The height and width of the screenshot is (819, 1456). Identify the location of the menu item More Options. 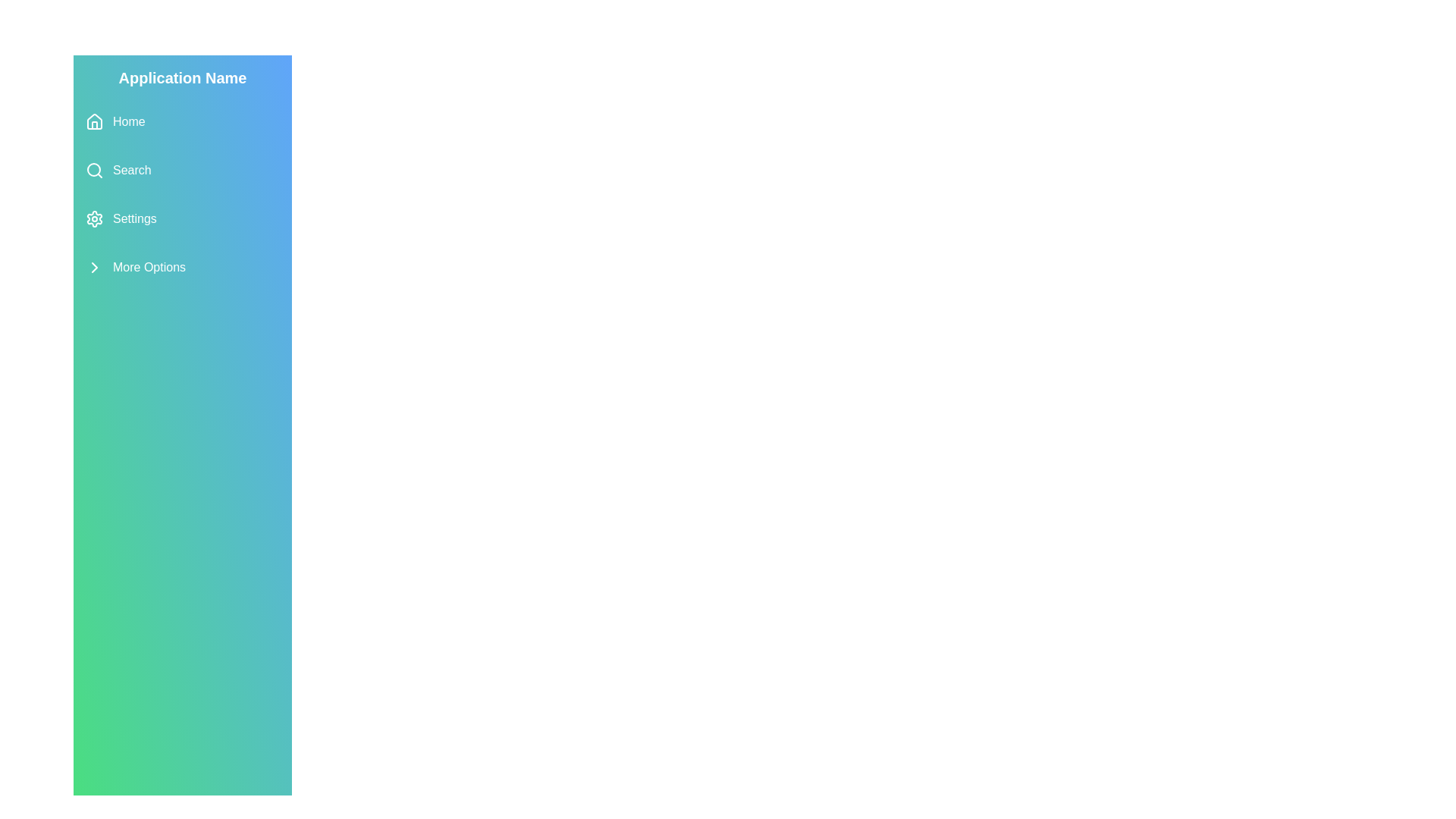
(182, 267).